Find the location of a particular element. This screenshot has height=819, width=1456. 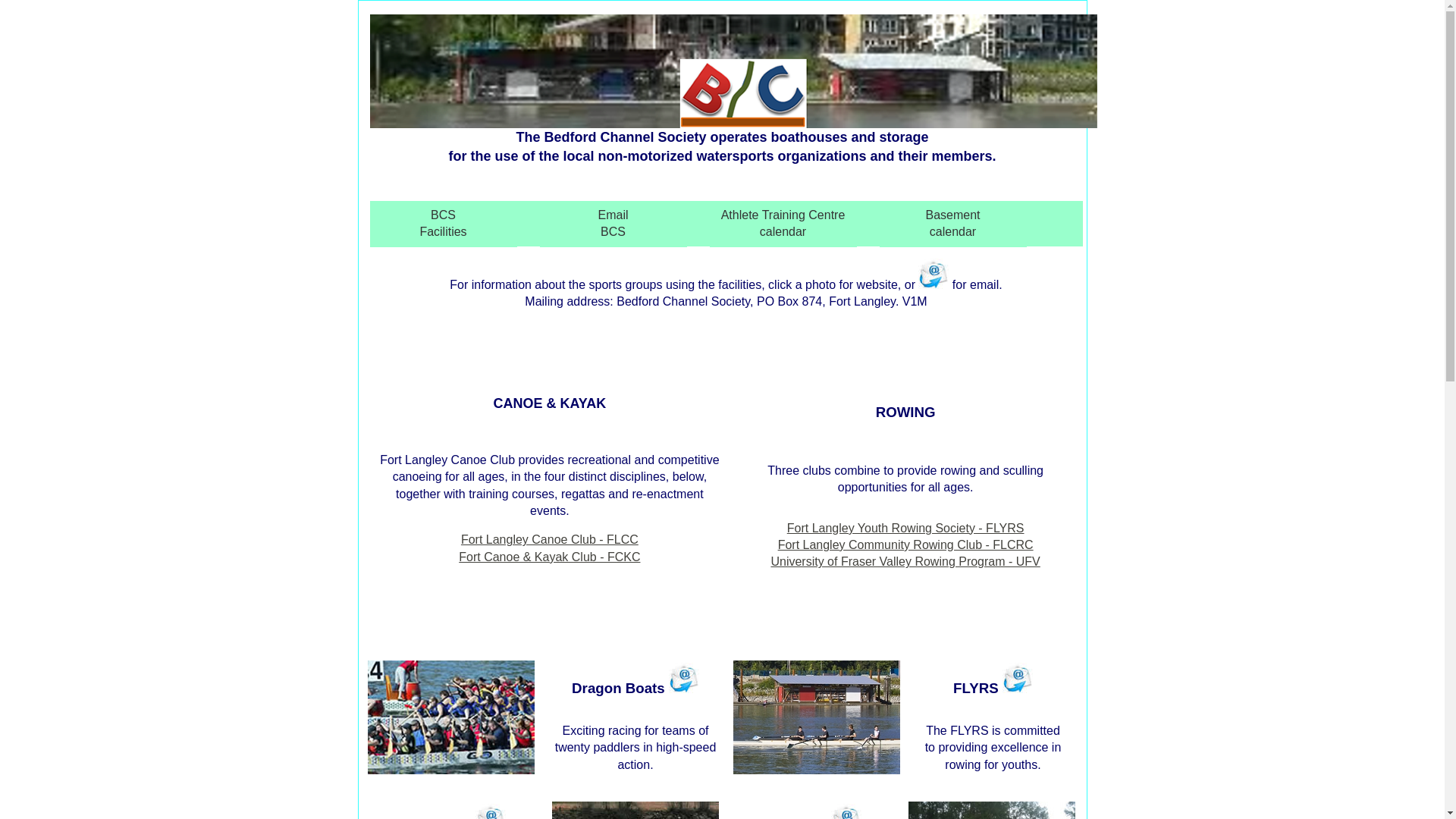

'Fort Canoe & Kayak Club - FCKC' is located at coordinates (457, 557).